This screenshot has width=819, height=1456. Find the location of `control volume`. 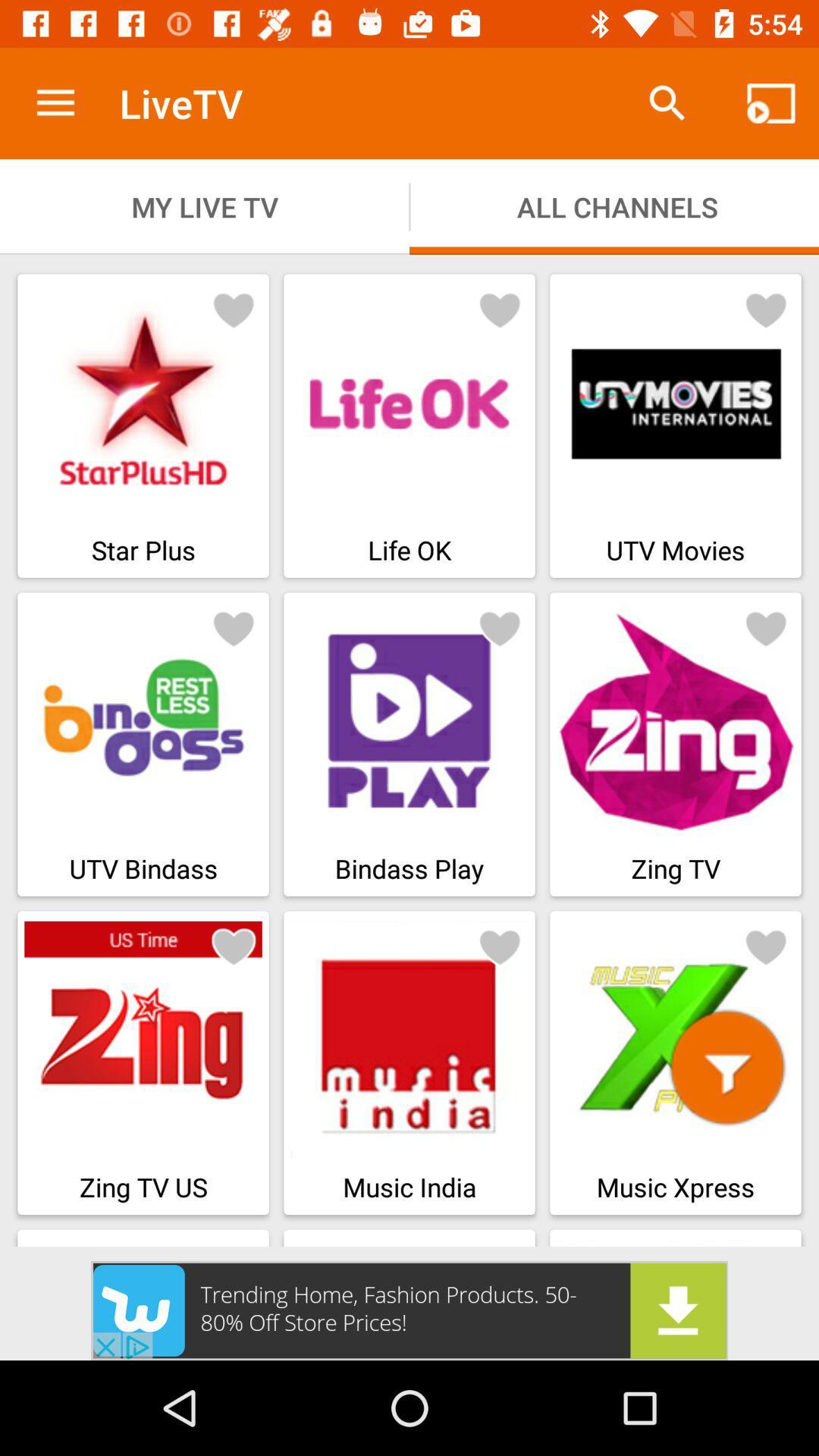

control volume is located at coordinates (726, 1066).